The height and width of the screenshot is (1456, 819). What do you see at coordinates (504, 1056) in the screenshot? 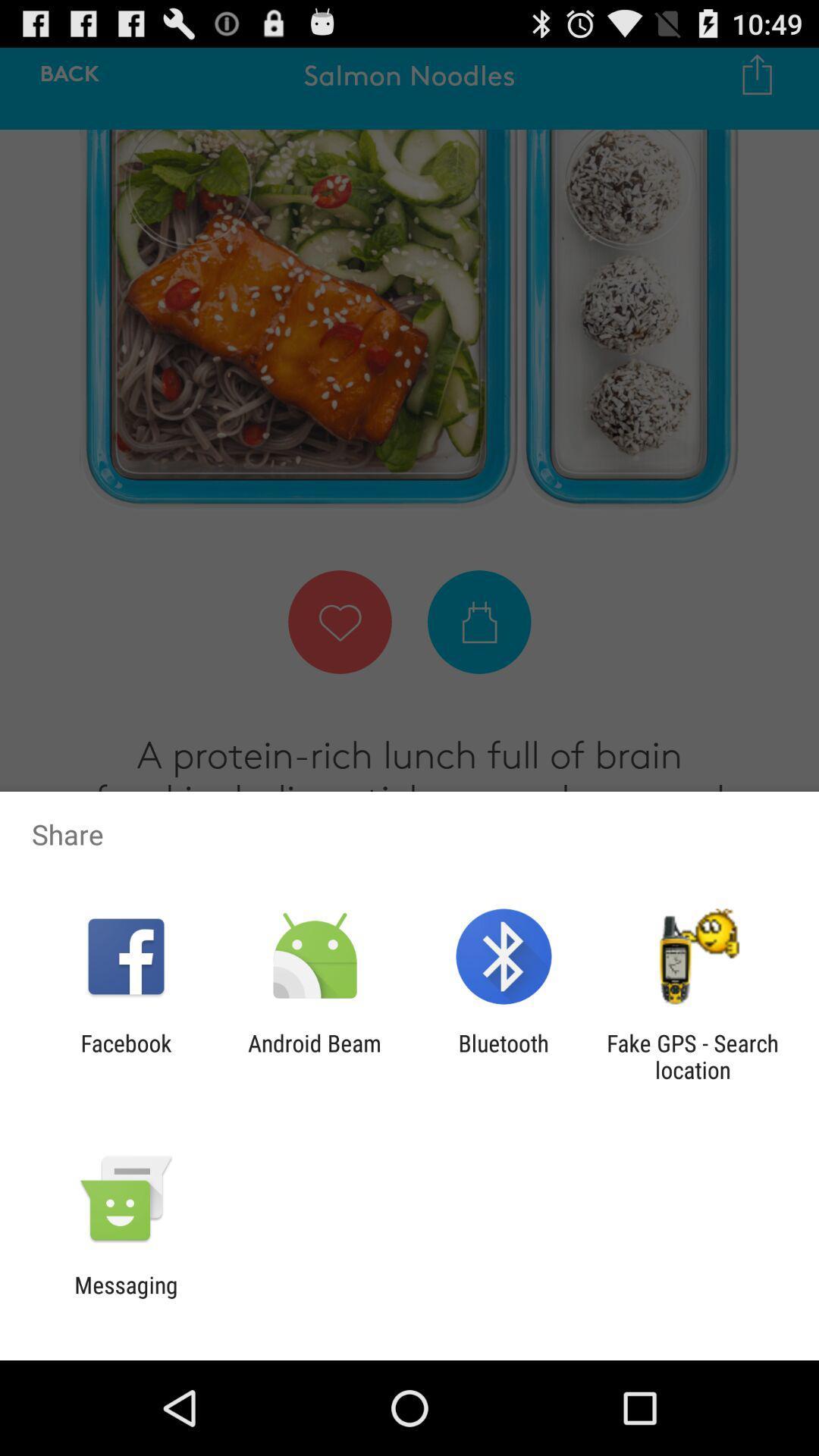
I see `bluetooth item` at bounding box center [504, 1056].